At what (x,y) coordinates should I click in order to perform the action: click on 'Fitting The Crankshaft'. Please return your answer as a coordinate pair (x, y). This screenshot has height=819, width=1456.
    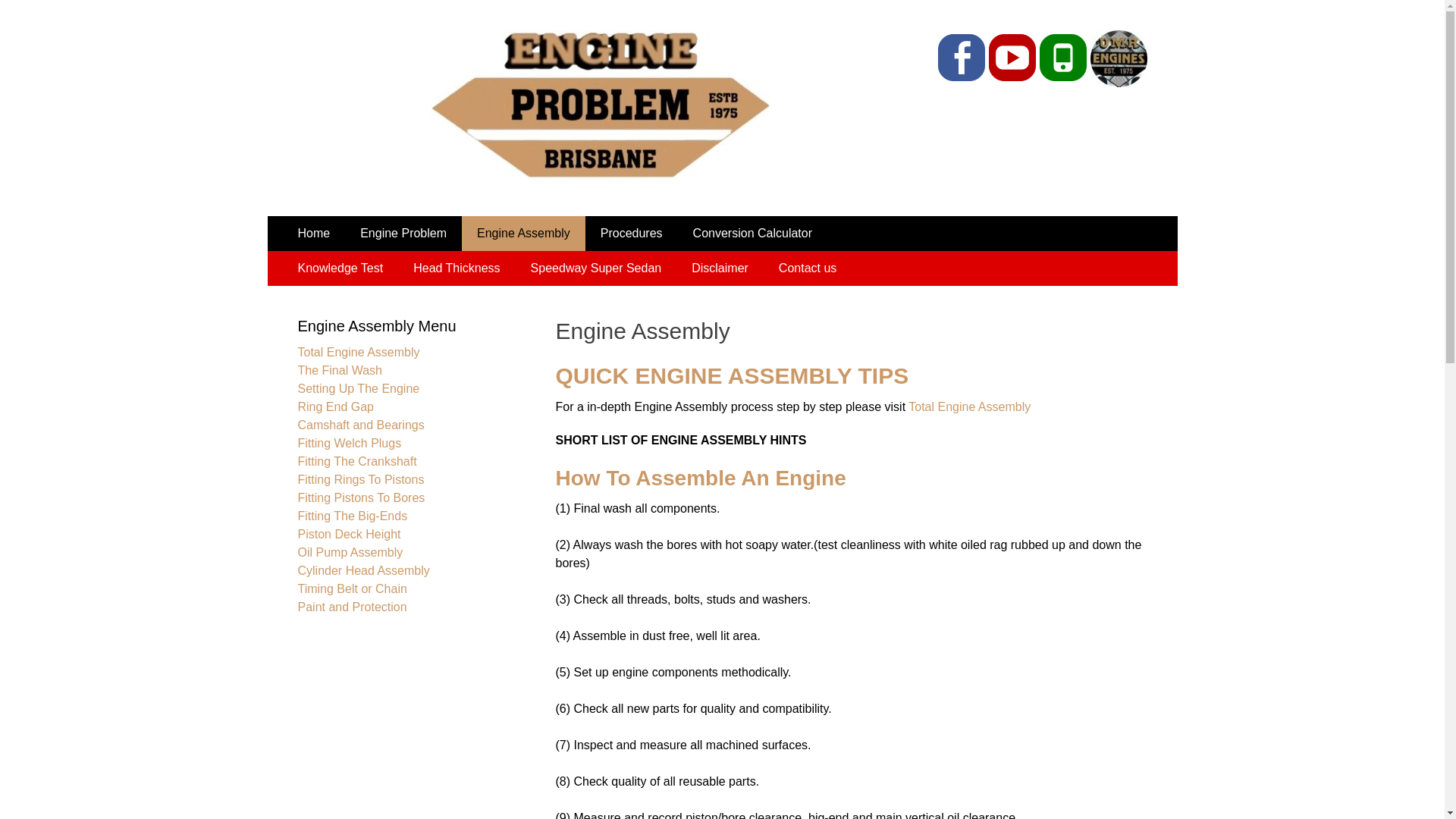
    Looking at the image, I should click on (356, 460).